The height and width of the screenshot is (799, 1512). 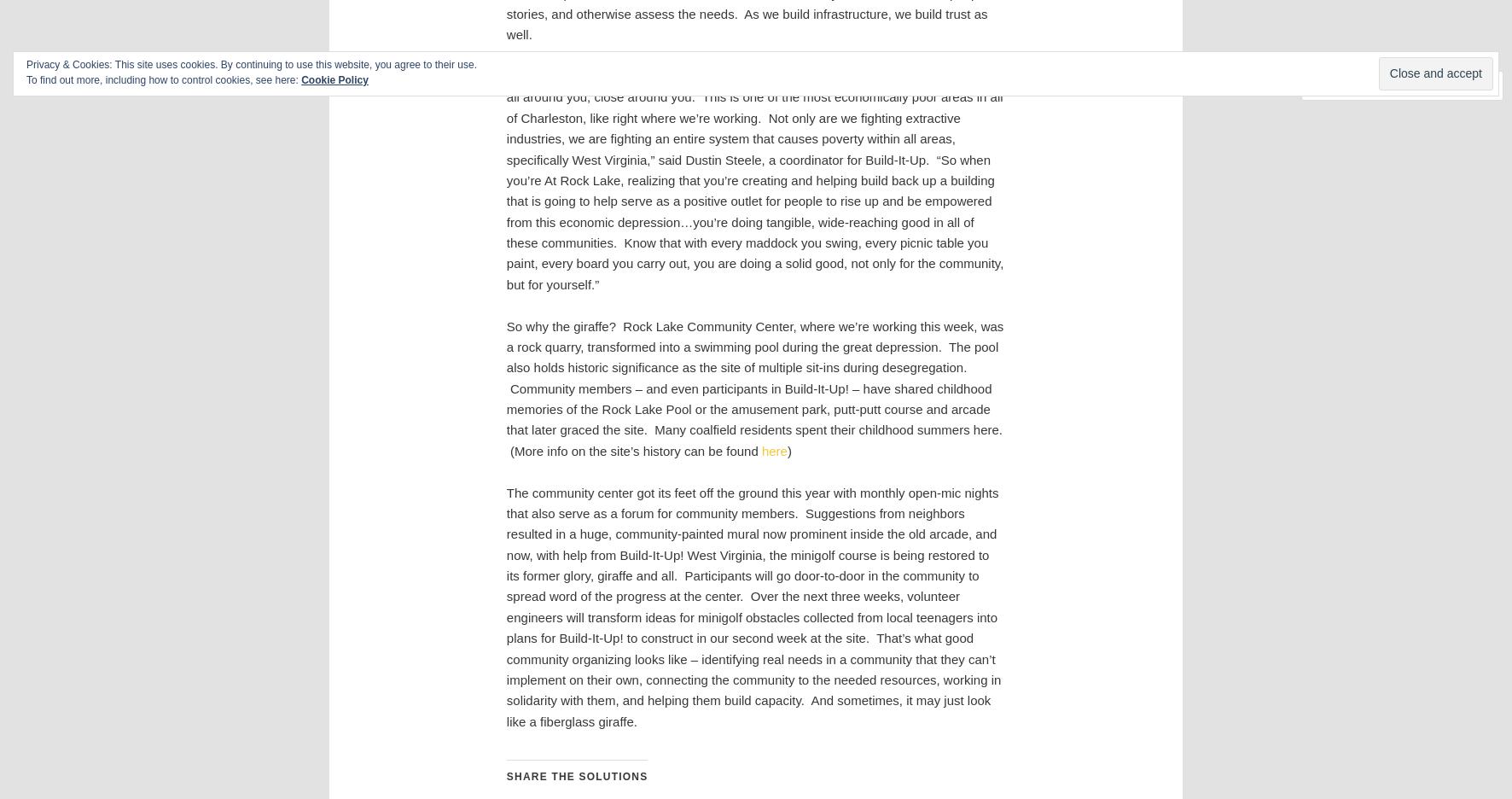 I want to click on 'Cookie Policy', so click(x=334, y=79).